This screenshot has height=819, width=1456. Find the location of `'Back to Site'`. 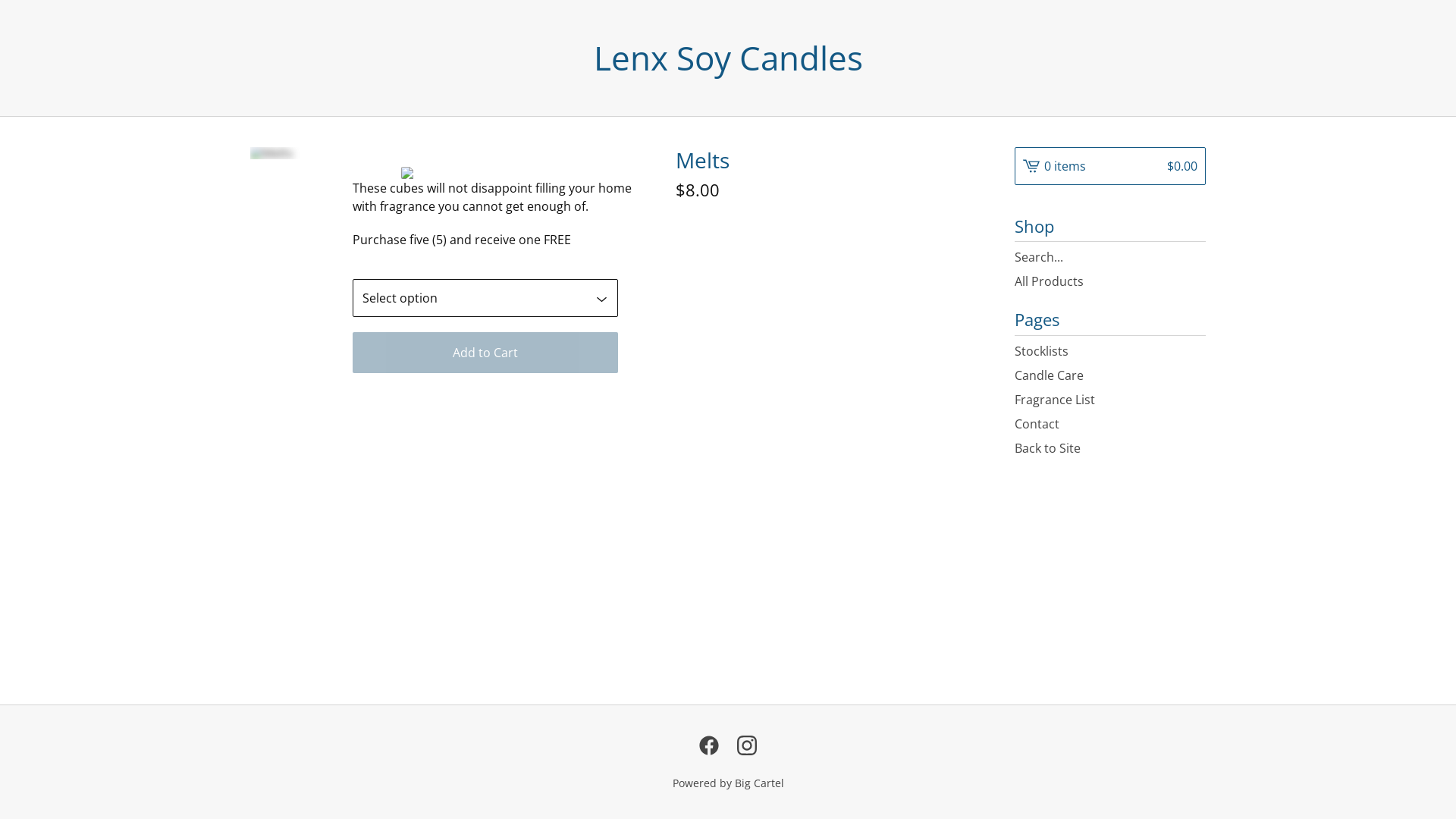

'Back to Site' is located at coordinates (1110, 447).